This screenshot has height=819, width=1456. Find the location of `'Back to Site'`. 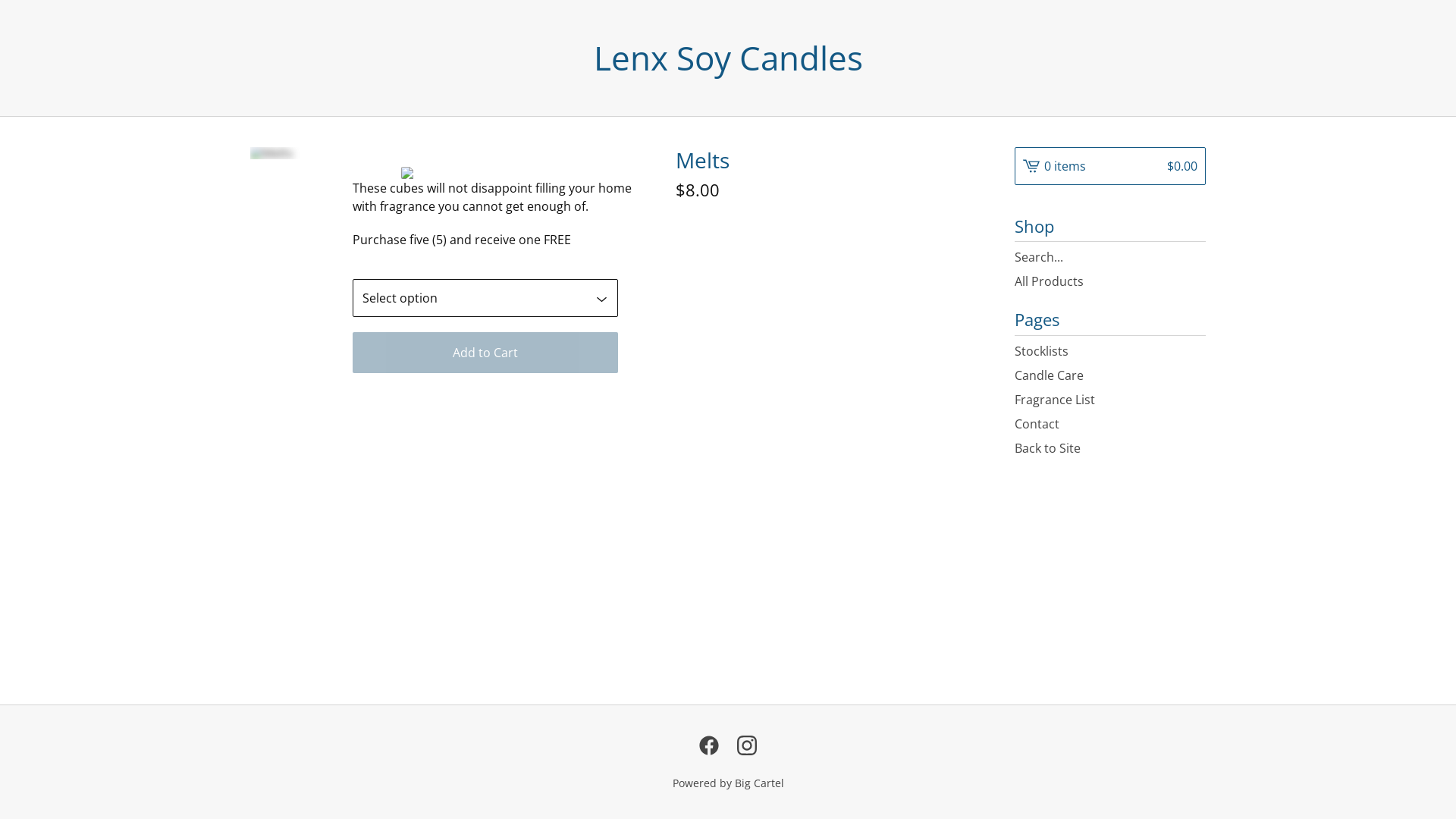

'Back to Site' is located at coordinates (1110, 447).